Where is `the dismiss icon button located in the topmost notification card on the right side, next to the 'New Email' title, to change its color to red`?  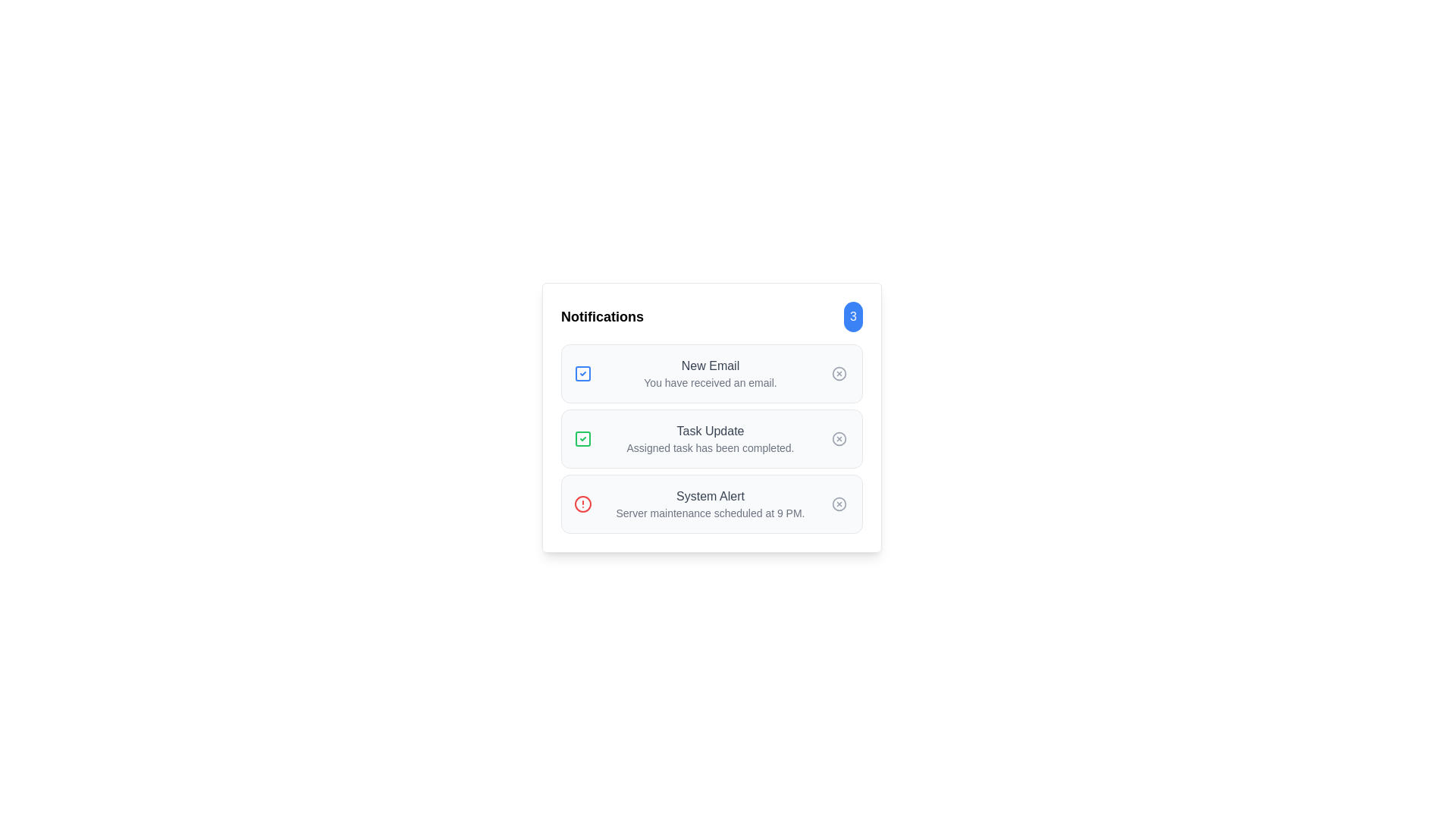
the dismiss icon button located in the topmost notification card on the right side, next to the 'New Email' title, to change its color to red is located at coordinates (839, 374).